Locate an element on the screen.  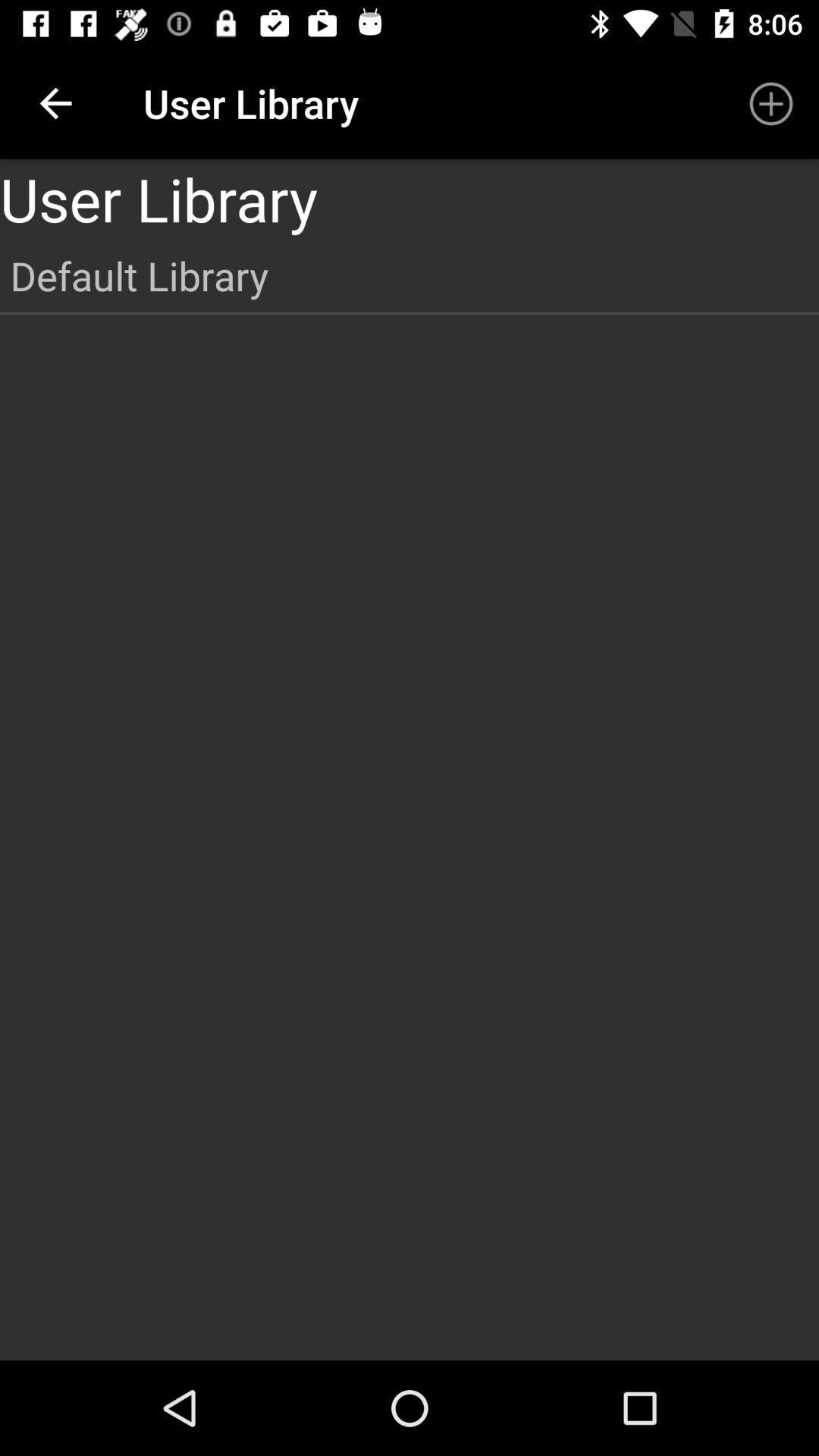
the app to the left of user library item is located at coordinates (55, 102).